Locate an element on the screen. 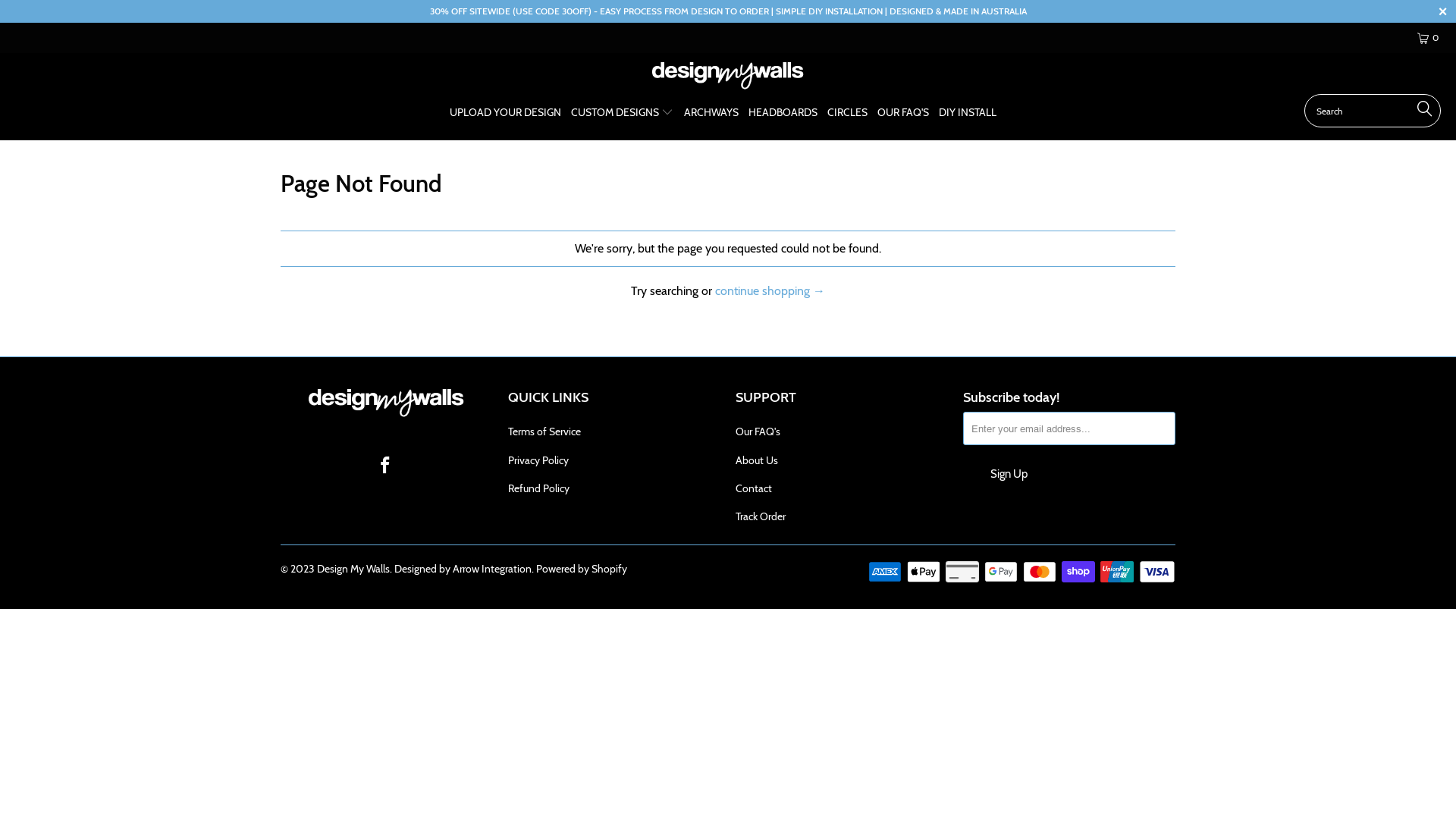 This screenshot has height=819, width=1456. 'About Us' is located at coordinates (735, 459).